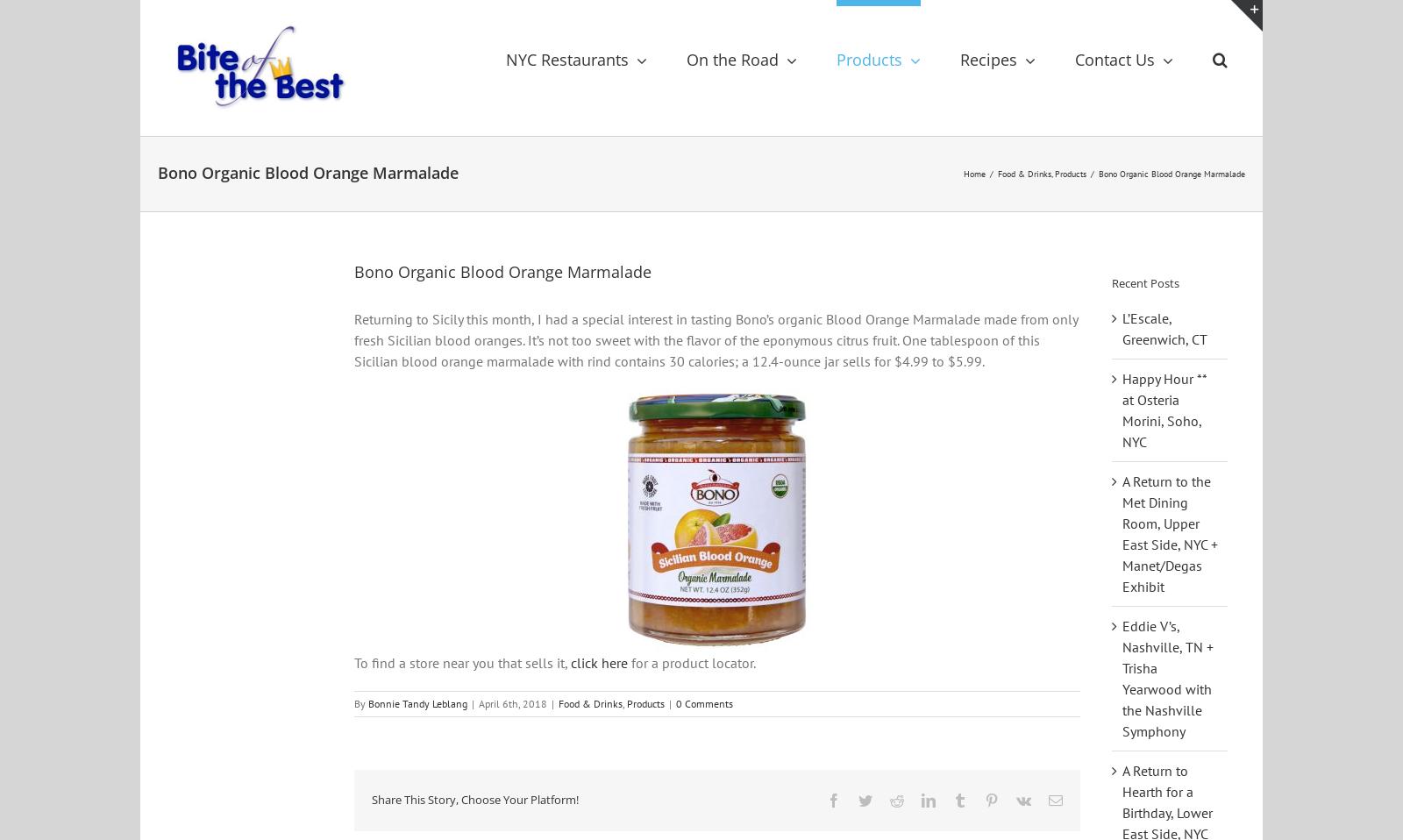 Image resolution: width=1403 pixels, height=840 pixels. Describe the element at coordinates (360, 714) in the screenshot. I see `'By'` at that location.